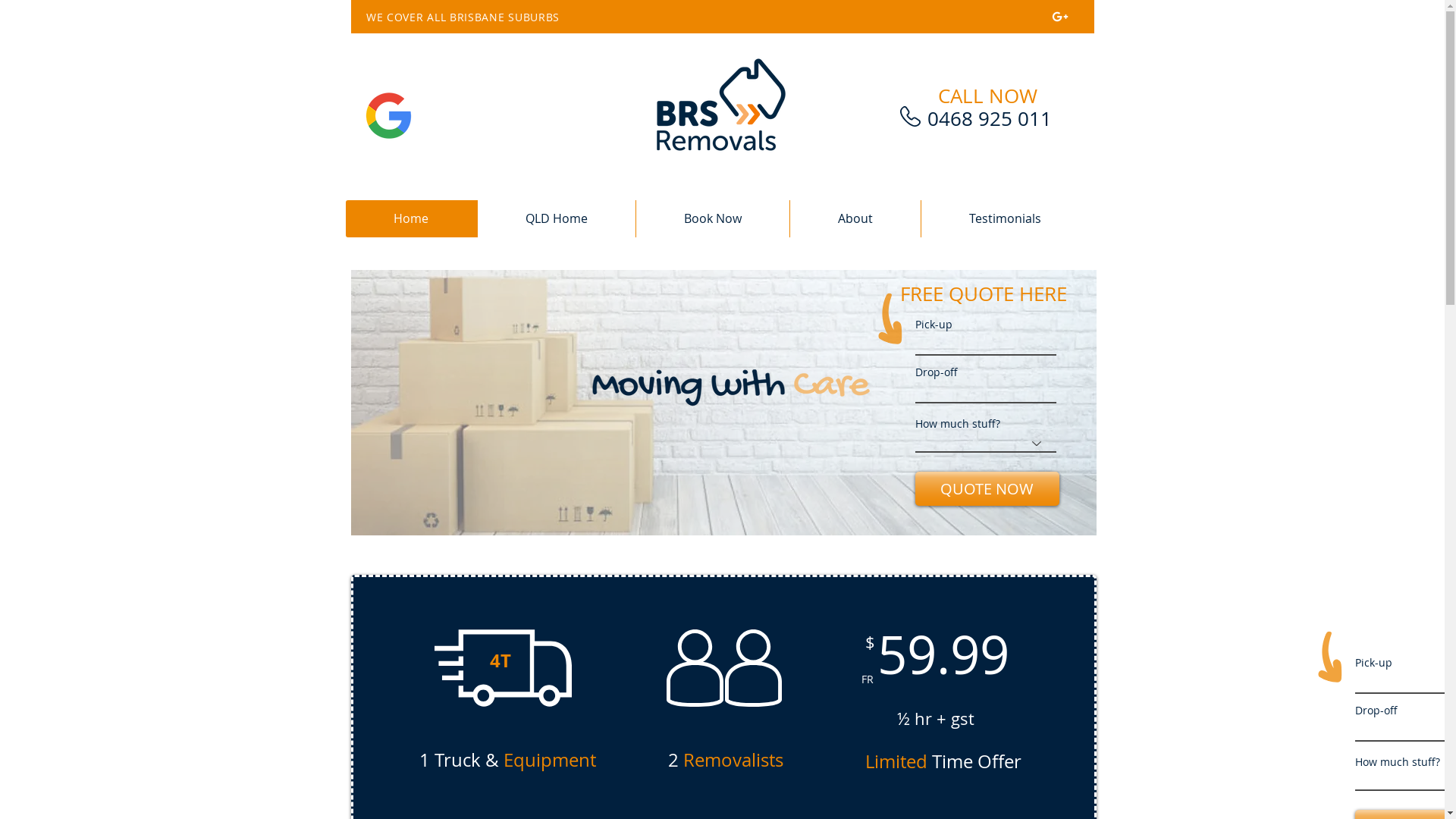 This screenshot has height=819, width=1456. Describe the element at coordinates (554, 218) in the screenshot. I see `'QLD Home'` at that location.